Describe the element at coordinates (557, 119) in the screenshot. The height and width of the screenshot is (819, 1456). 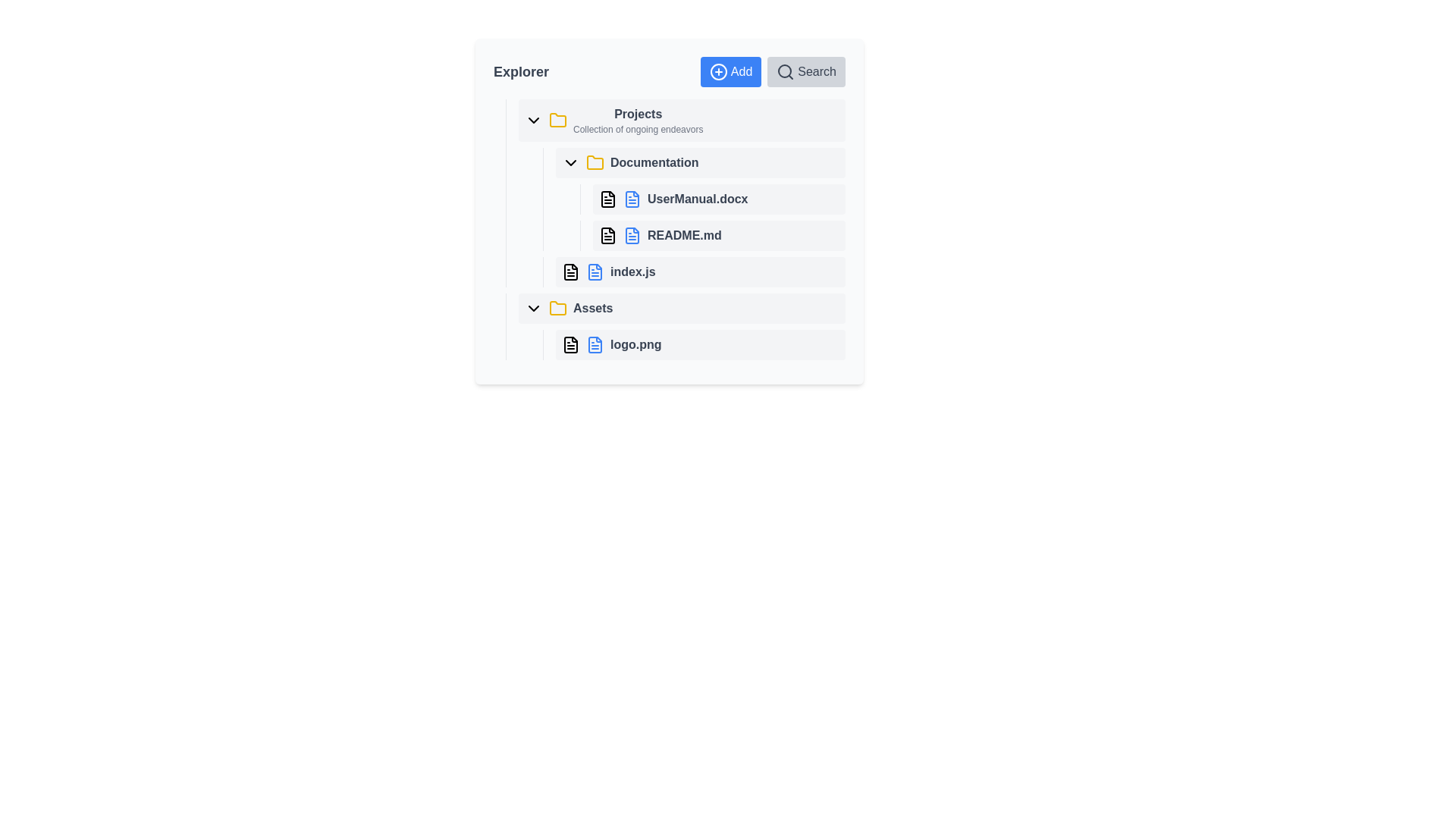
I see `the folder icon located to the left of the 'Projects' label in the 'Explorer' section of the file explorer interface` at that location.